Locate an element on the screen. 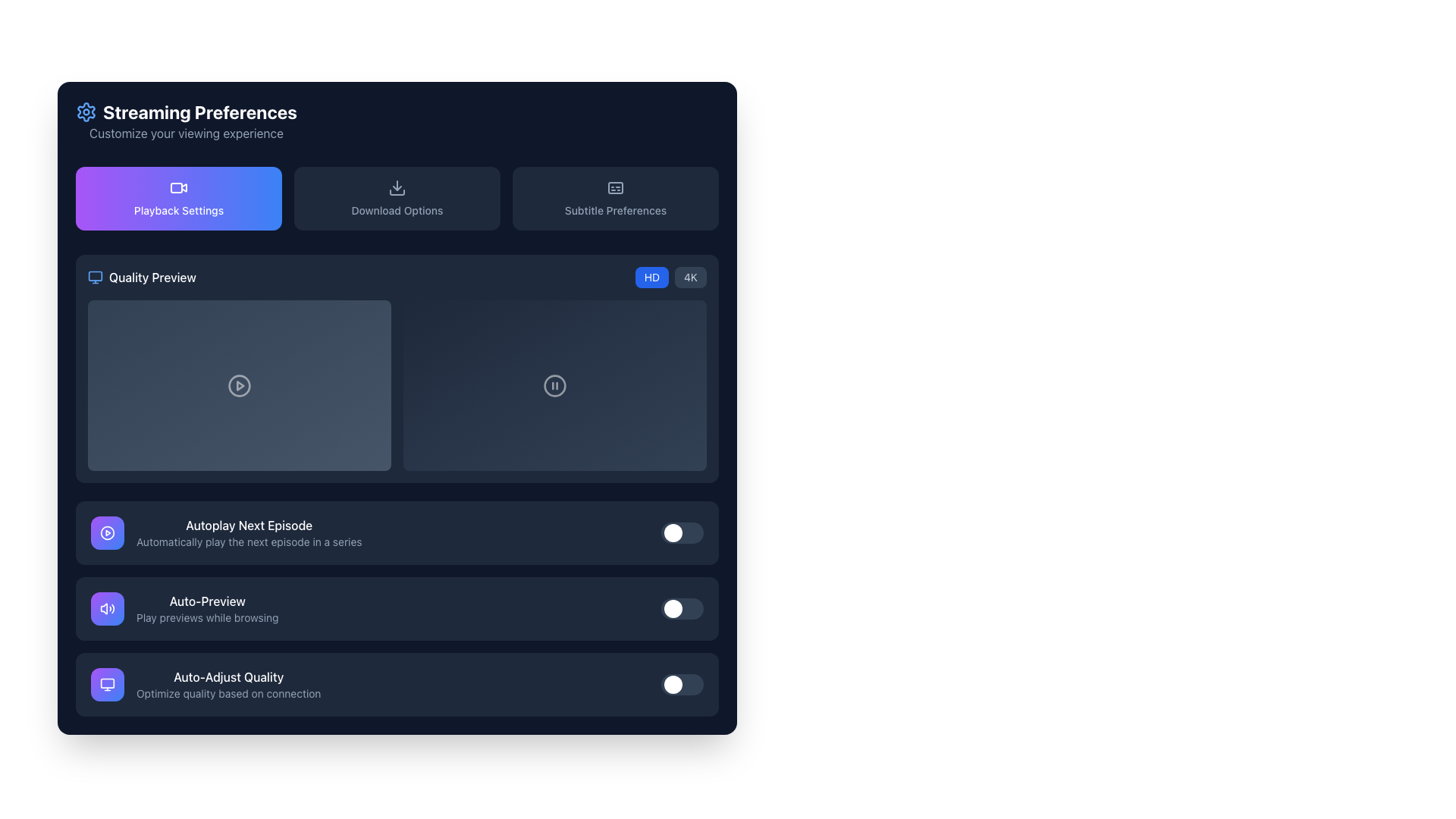 The height and width of the screenshot is (819, 1456). the 'Autoplay Next Episode' toggle switch component, which features a circular purple icon with a play symbol and descriptive text below it, located in the 'Playback Settings' section is located at coordinates (225, 532).